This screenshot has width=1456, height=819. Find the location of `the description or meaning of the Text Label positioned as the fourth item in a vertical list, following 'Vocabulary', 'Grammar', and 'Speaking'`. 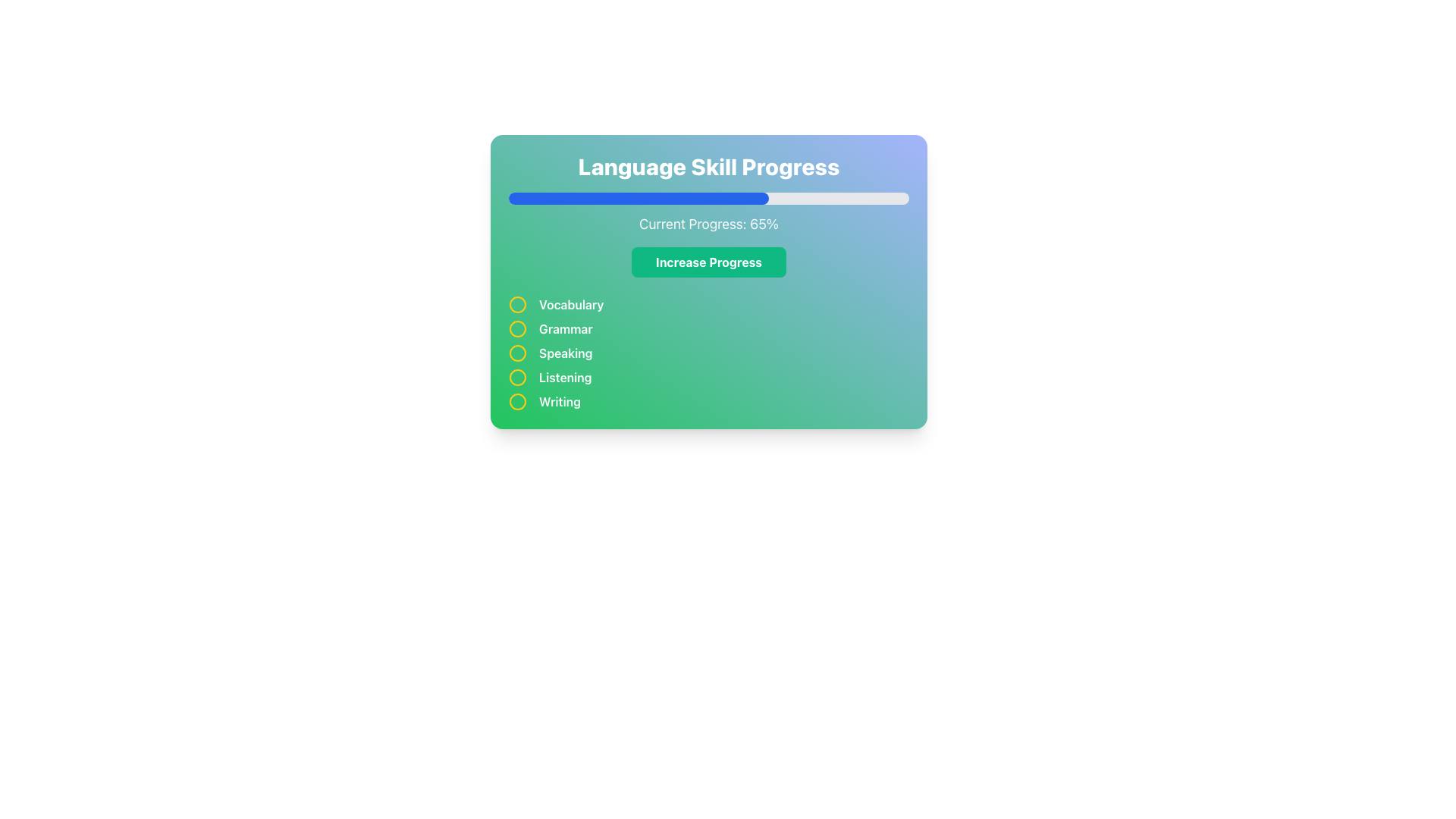

the description or meaning of the Text Label positioned as the fourth item in a vertical list, following 'Vocabulary', 'Grammar', and 'Speaking' is located at coordinates (564, 376).